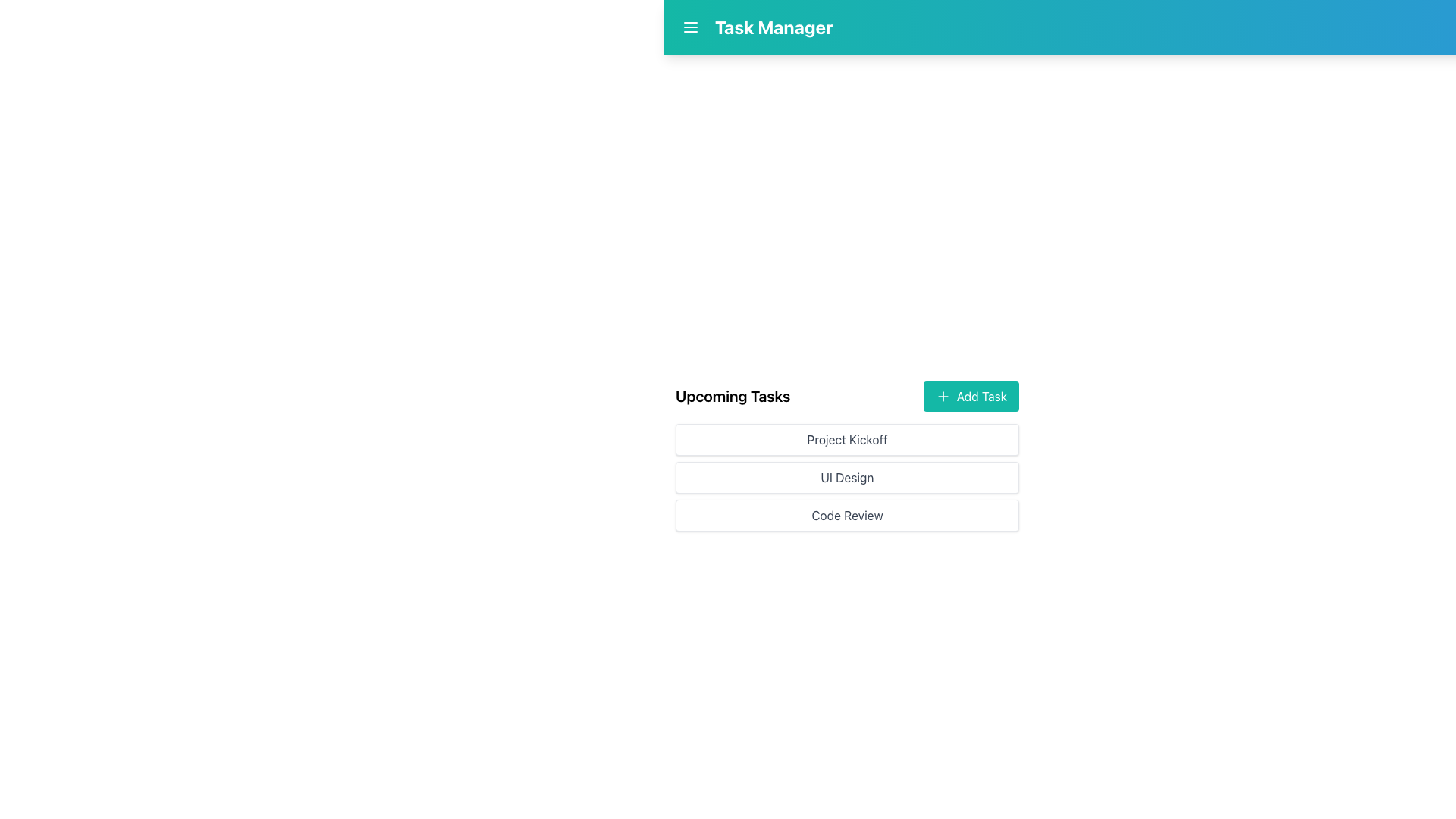 The image size is (1456, 819). What do you see at coordinates (971, 396) in the screenshot?
I see `the 'Add Task' button with a teal background and white text to interact via keyboard` at bounding box center [971, 396].